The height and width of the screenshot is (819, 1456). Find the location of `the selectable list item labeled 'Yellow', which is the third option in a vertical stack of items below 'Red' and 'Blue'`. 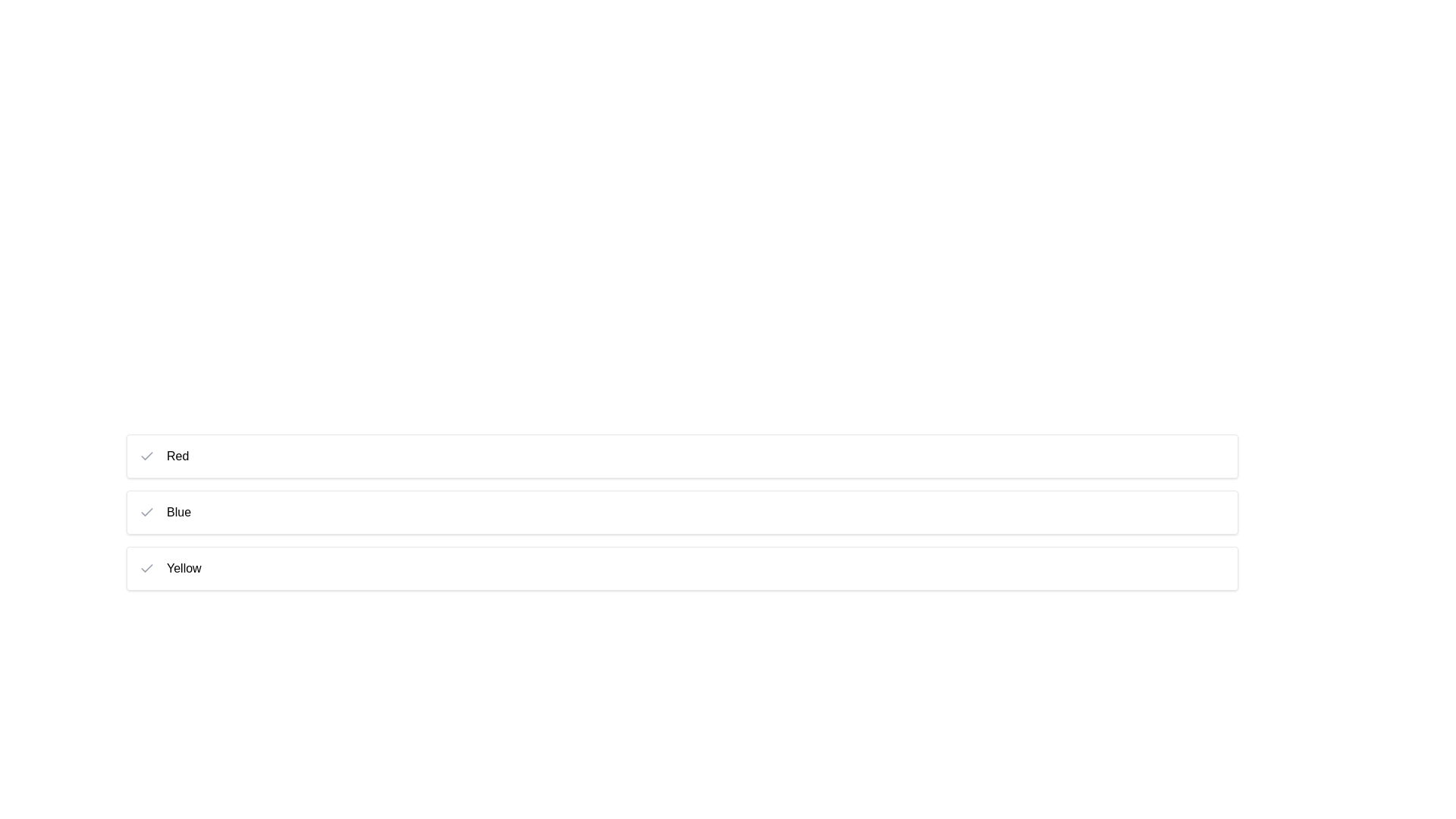

the selectable list item labeled 'Yellow', which is the third option in a vertical stack of items below 'Red' and 'Blue' is located at coordinates (682, 568).